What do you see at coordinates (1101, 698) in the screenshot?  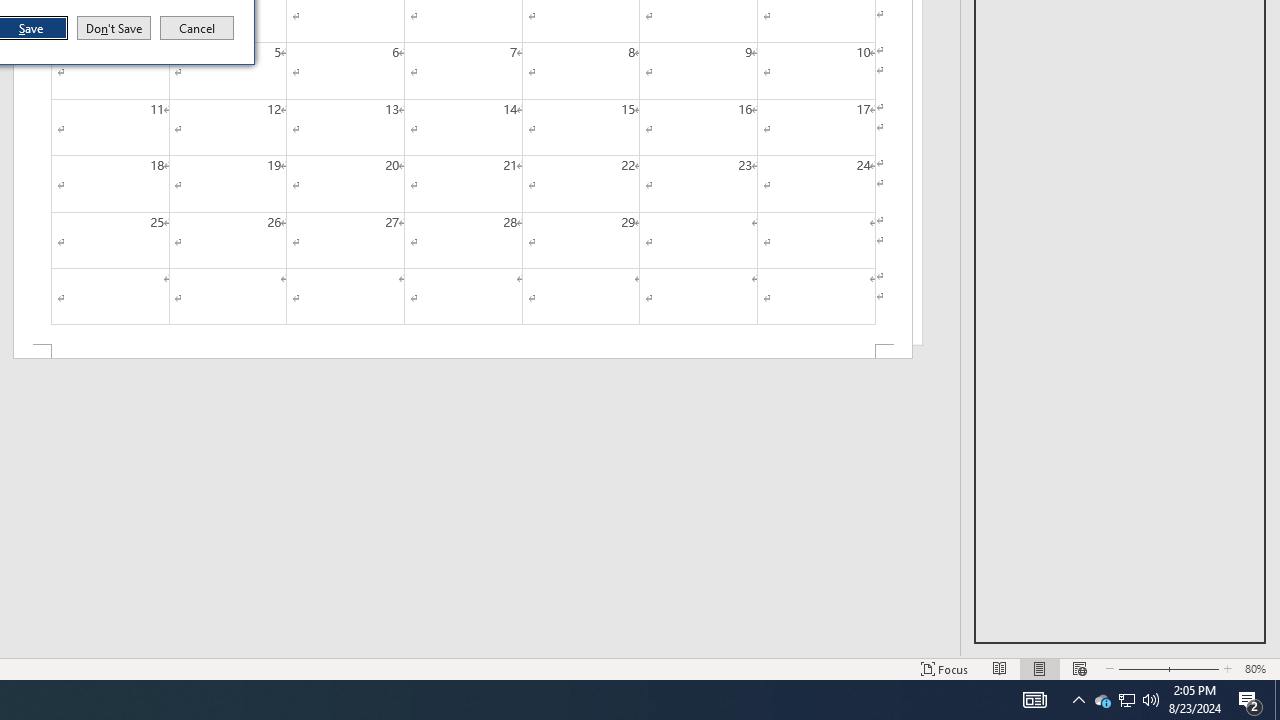 I see `'Q2790: 100%'` at bounding box center [1101, 698].